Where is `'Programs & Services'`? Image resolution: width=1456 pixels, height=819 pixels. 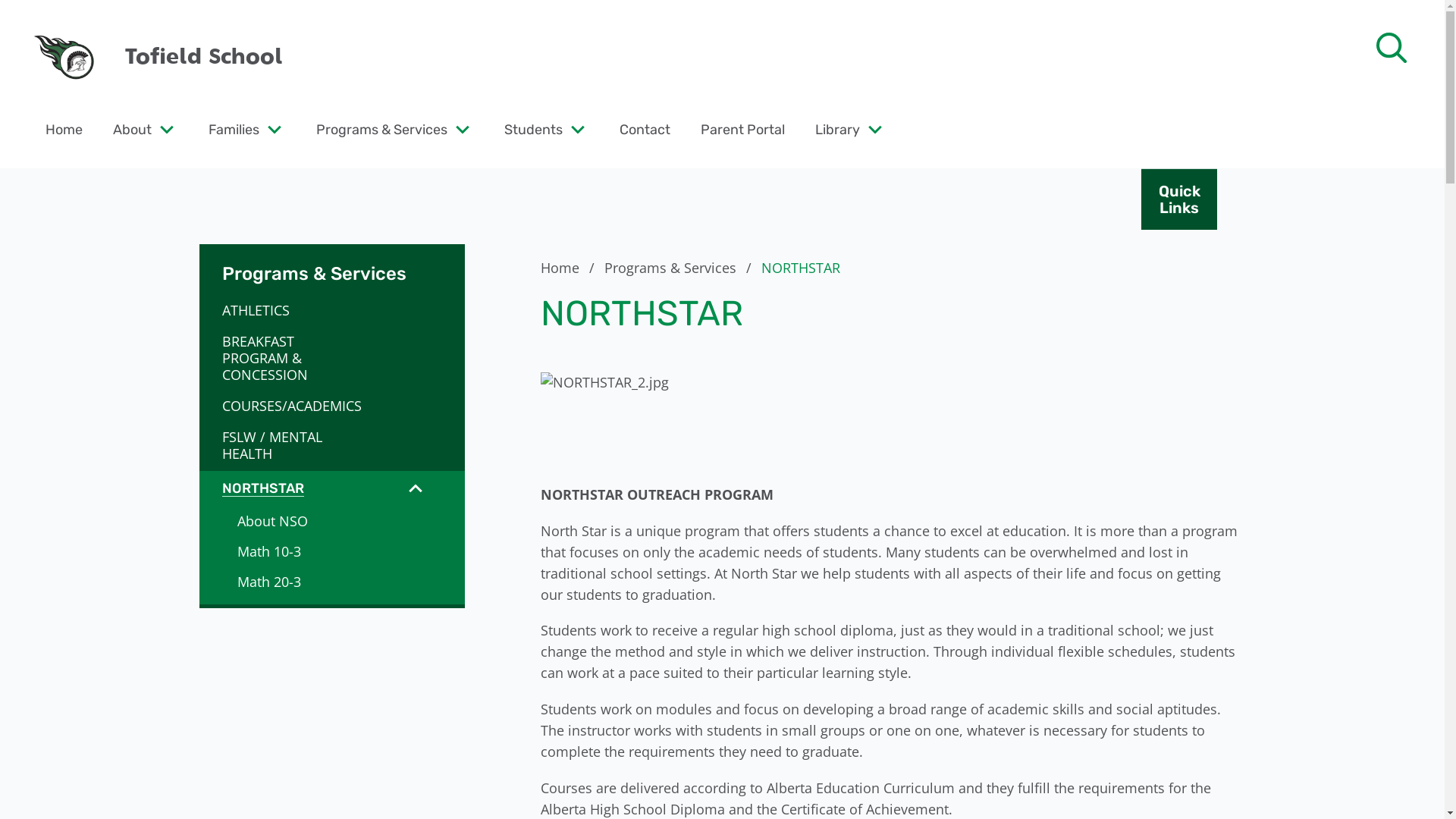
'Programs & Services' is located at coordinates (381, 128).